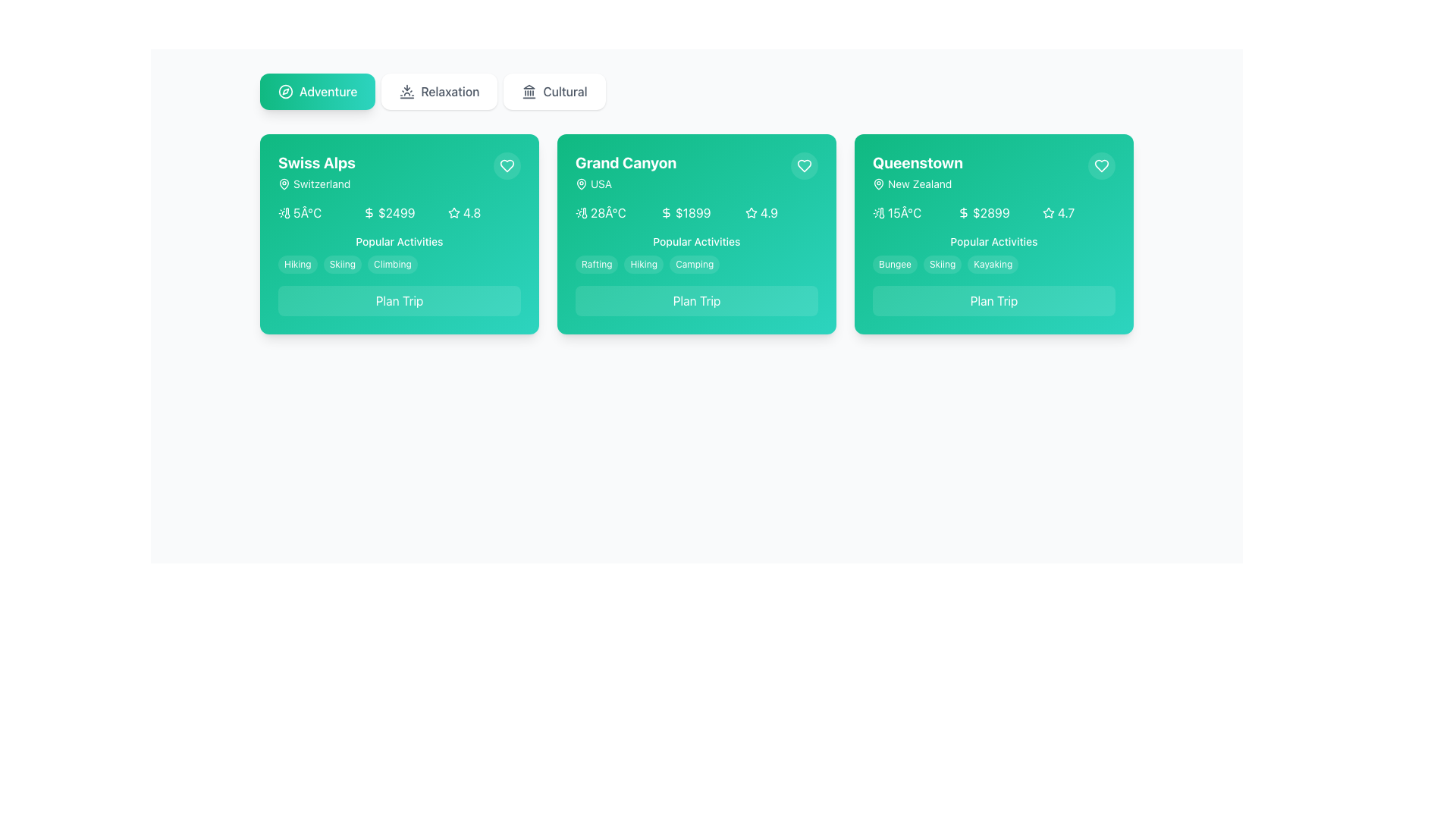  Describe the element at coordinates (895, 263) in the screenshot. I see `the first activity label 'Bungee' in the 'Popular Activities' section of the Queenstown destination card` at that location.